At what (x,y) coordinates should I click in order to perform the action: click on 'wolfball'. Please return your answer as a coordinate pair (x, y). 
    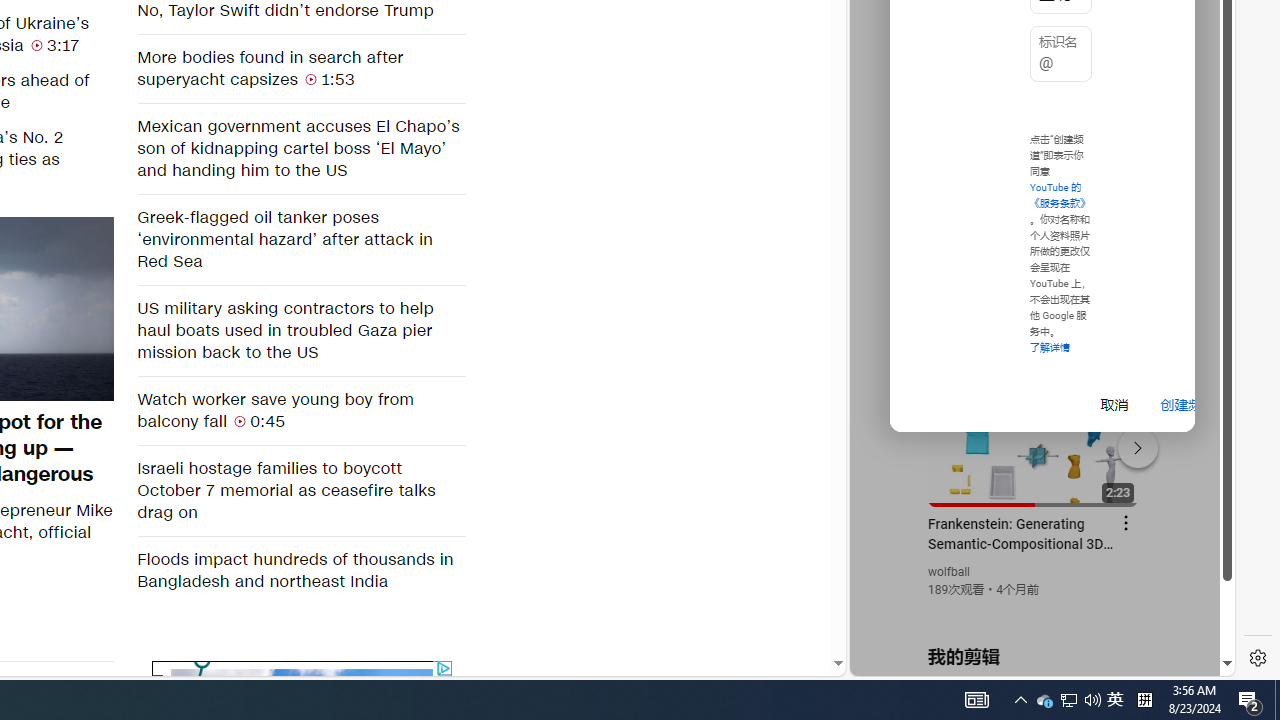
    Looking at the image, I should click on (948, 572).